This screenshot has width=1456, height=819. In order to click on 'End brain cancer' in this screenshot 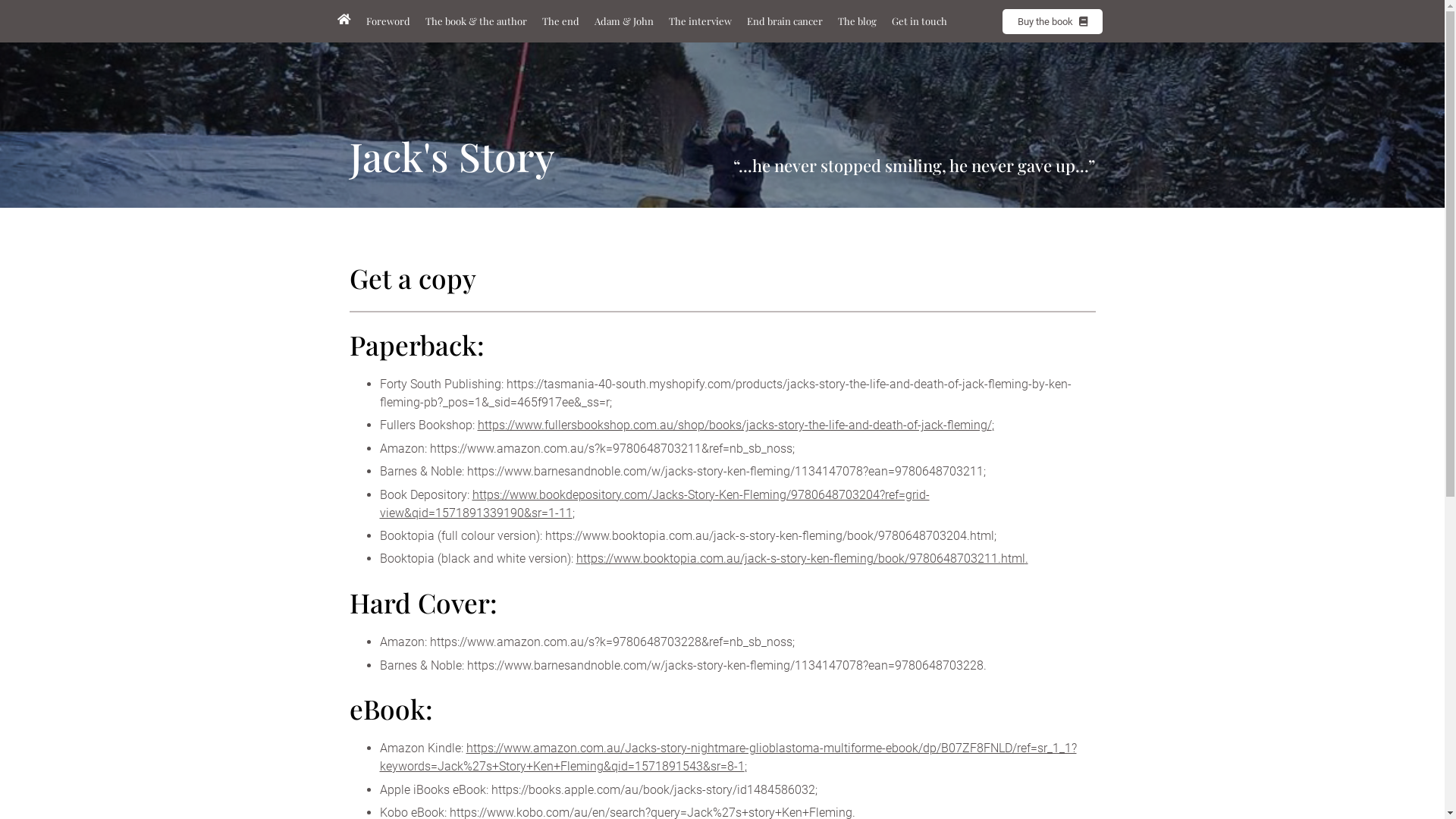, I will do `click(783, 20)`.